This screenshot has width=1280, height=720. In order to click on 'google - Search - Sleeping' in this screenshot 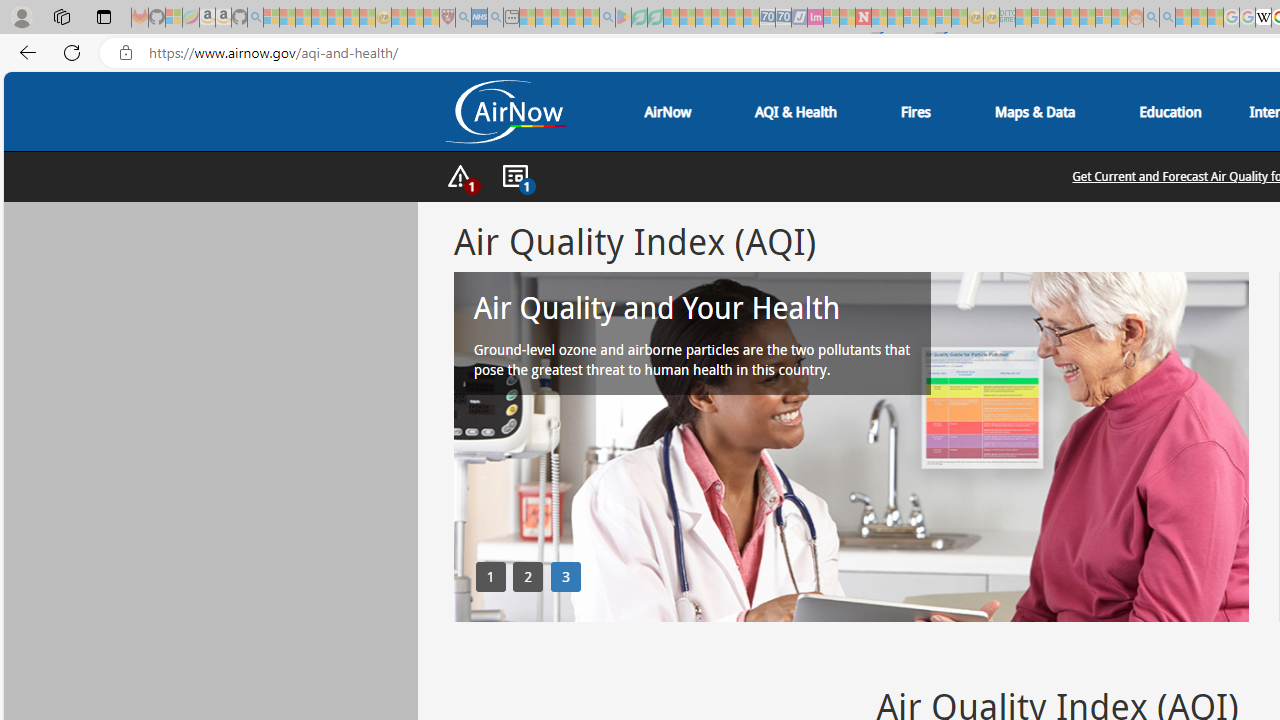, I will do `click(607, 17)`.